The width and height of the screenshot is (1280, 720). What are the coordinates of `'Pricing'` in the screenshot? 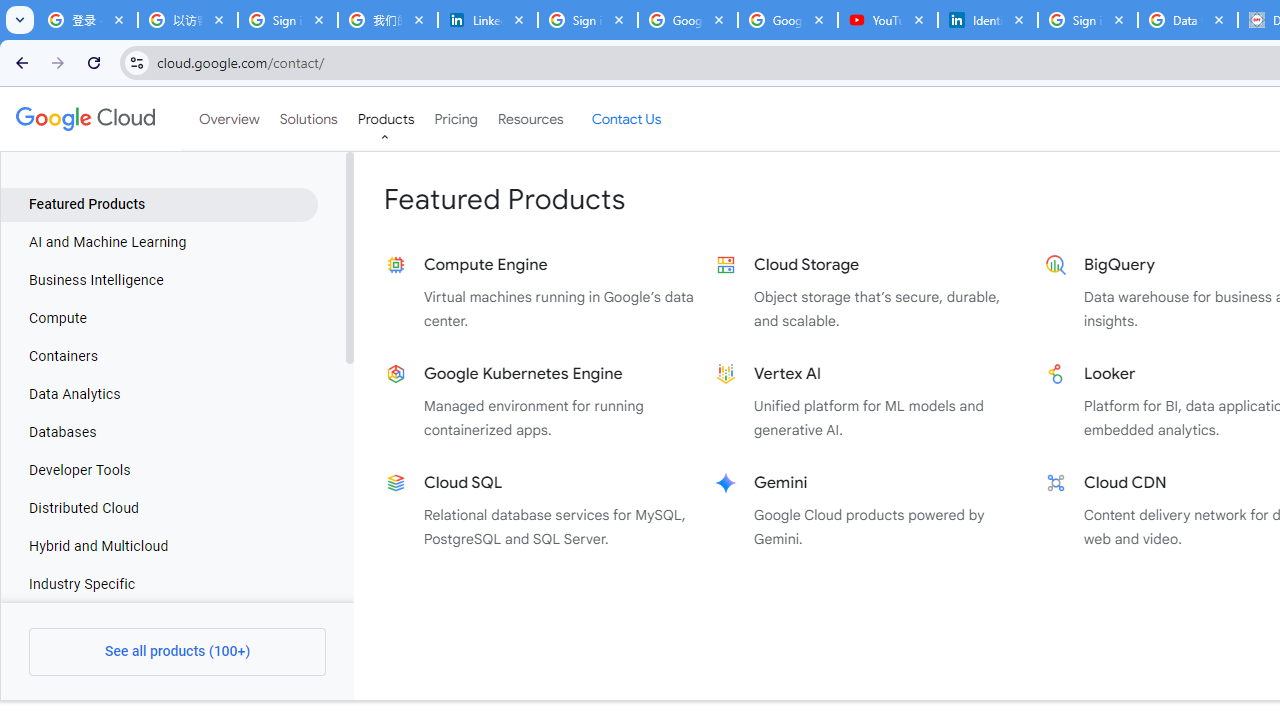 It's located at (454, 119).